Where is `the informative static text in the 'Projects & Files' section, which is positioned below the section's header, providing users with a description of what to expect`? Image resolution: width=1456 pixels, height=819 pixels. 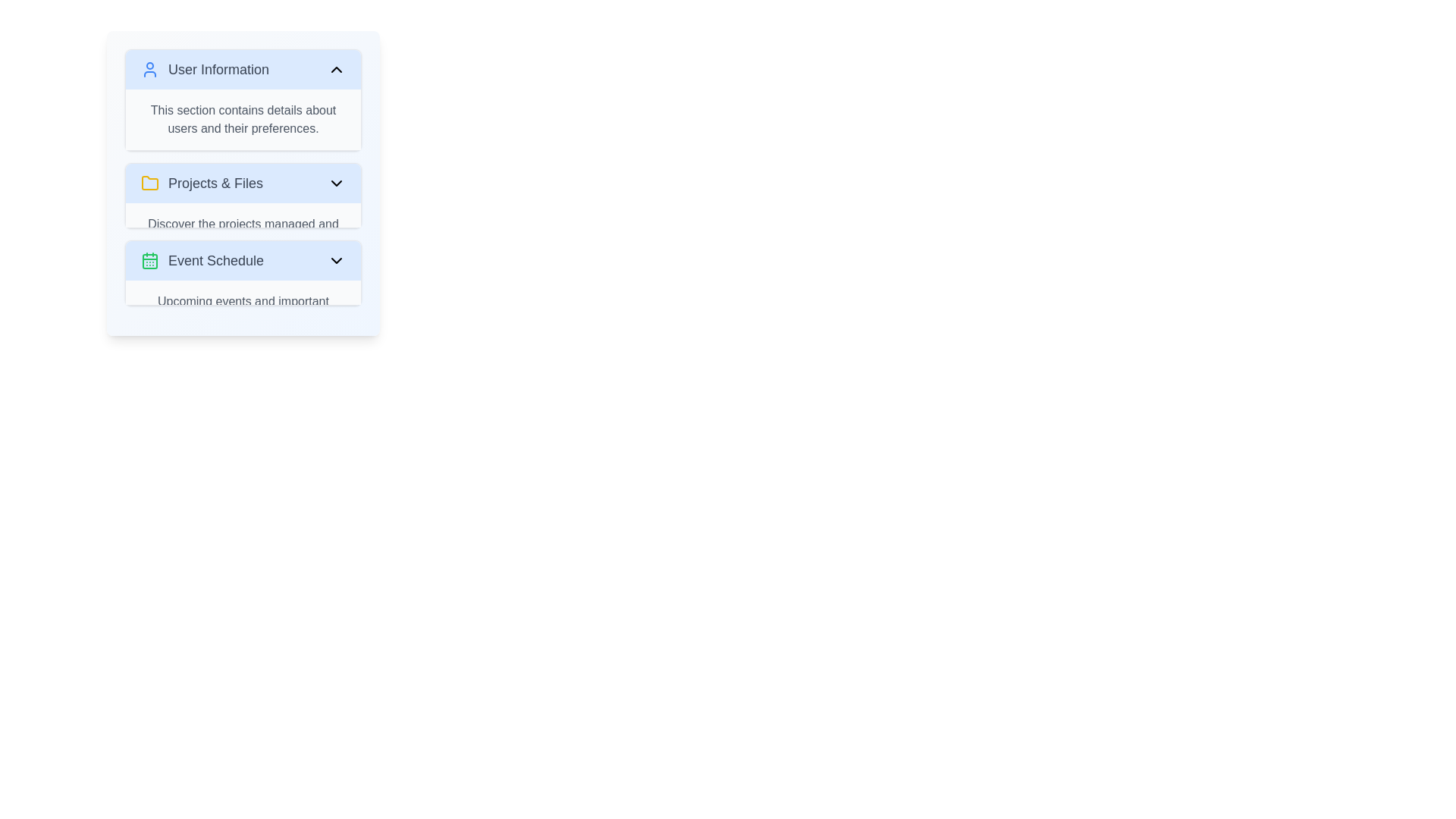 the informative static text in the 'Projects & Files' section, which is positioned below the section's header, providing users with a description of what to expect is located at coordinates (243, 234).